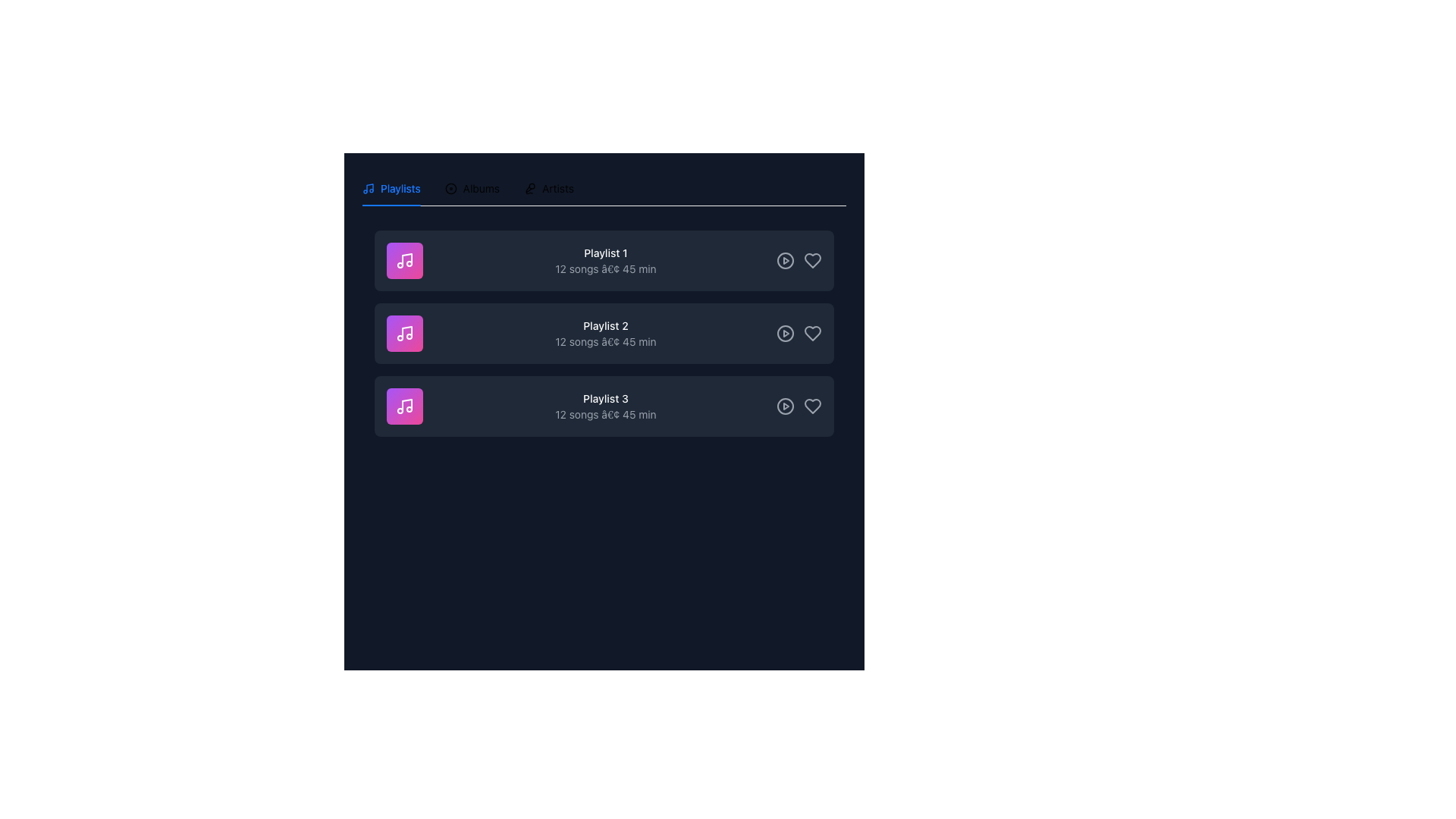 The height and width of the screenshot is (819, 1456). I want to click on on the Tab bar, so click(603, 188).